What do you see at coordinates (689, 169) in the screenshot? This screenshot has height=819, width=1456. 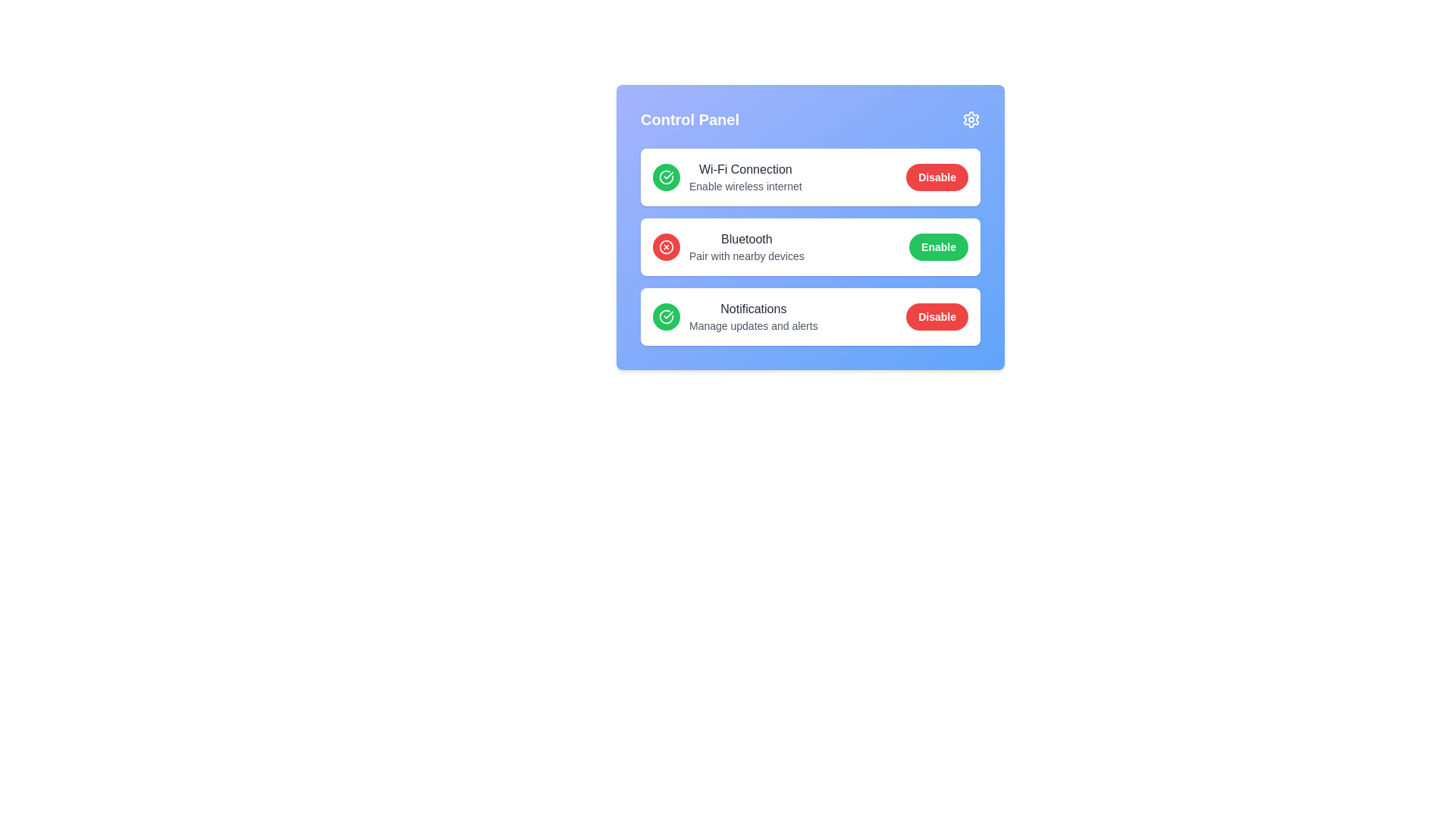 I see `the feature details for 'Wi-Fi Connection'` at bounding box center [689, 169].